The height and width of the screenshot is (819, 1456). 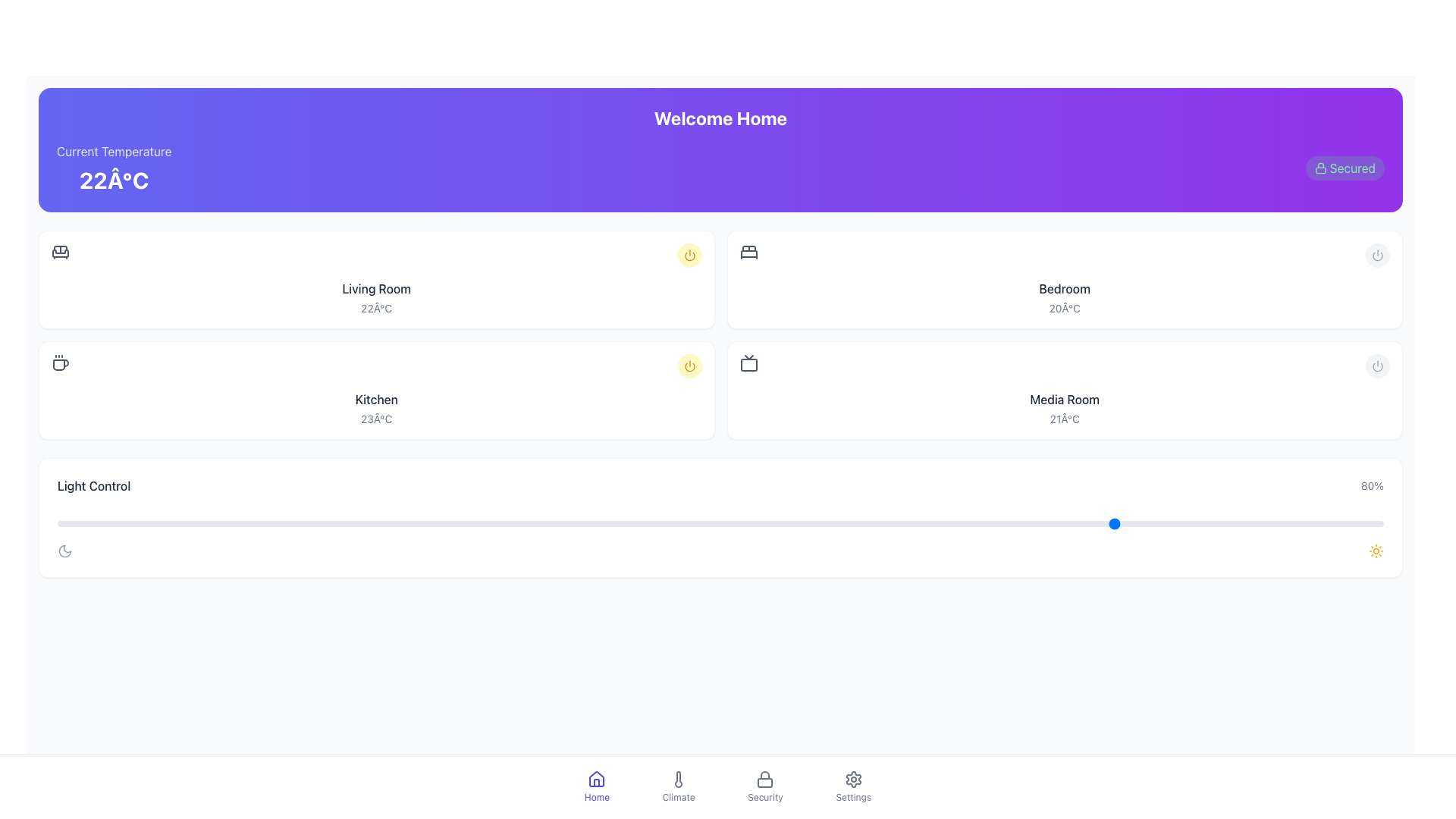 I want to click on temperature text label displaying '21°C' within the white, rounded card labeled 'Media Room', which is centered beneath the room's title, so click(x=1064, y=419).